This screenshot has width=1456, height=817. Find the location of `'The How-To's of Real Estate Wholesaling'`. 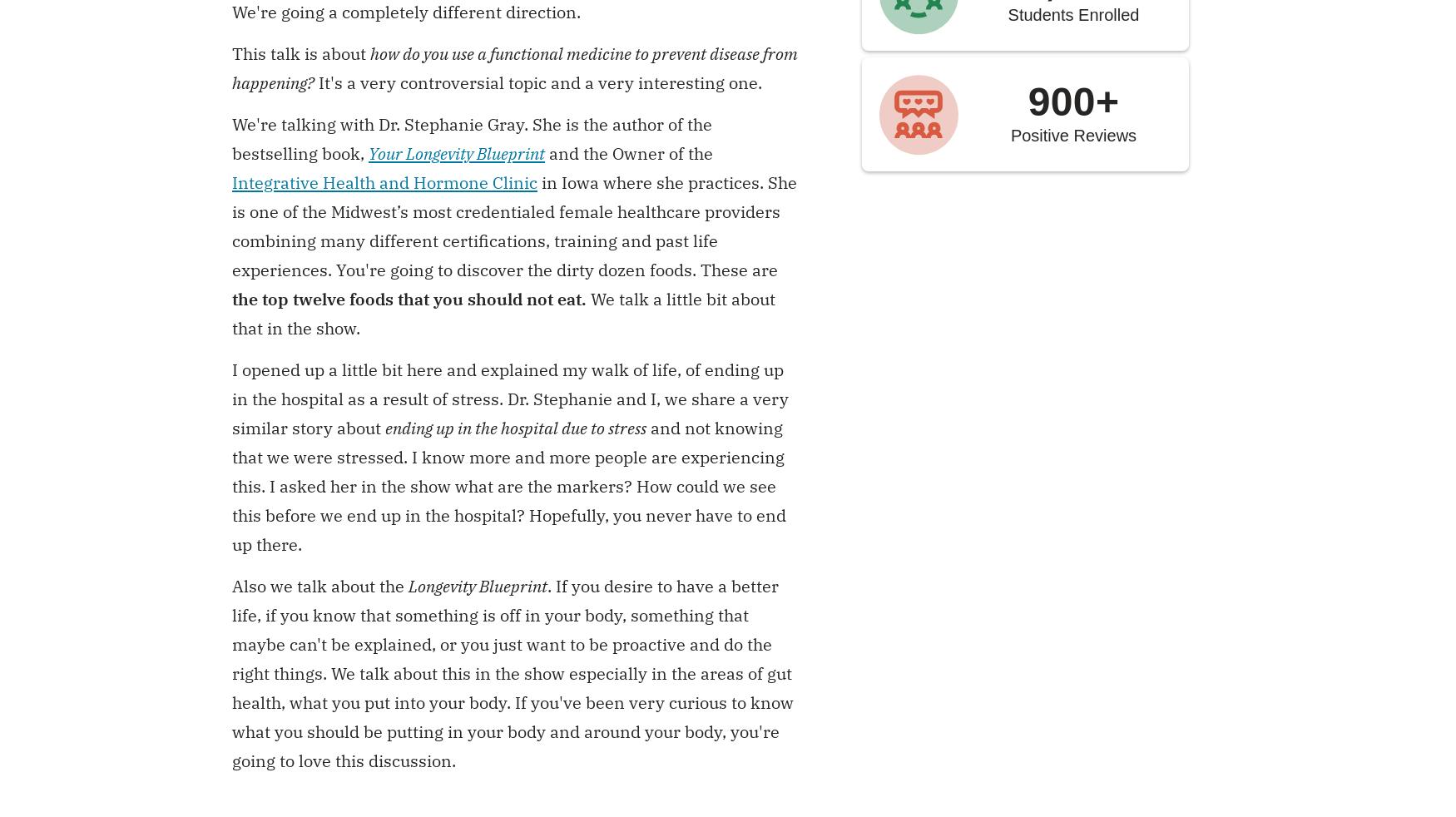

'The How-To's of Real Estate Wholesaling' is located at coordinates (1354, 641).